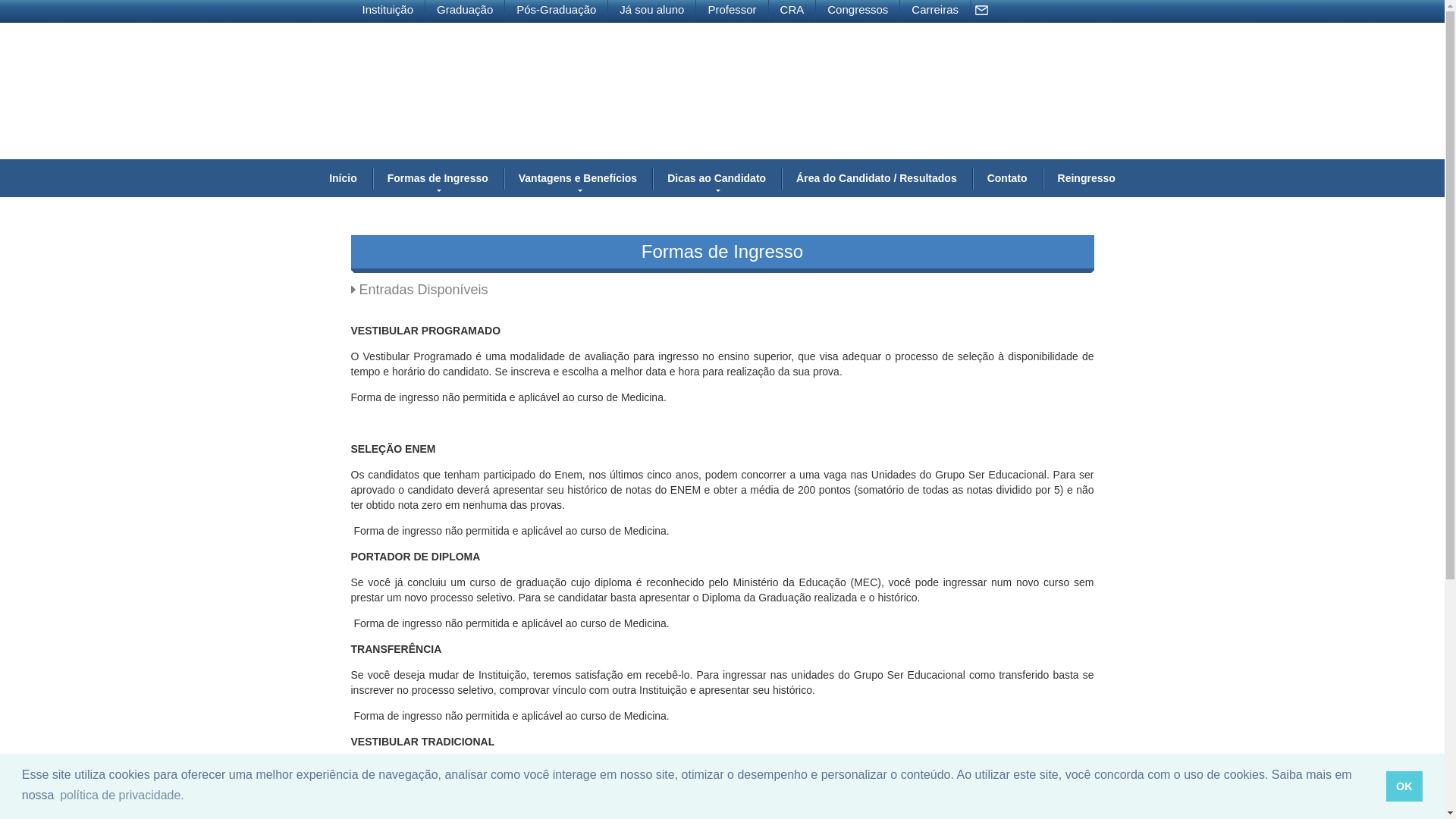 The image size is (1456, 819). What do you see at coordinates (1086, 177) in the screenshot?
I see `'Reingresso'` at bounding box center [1086, 177].